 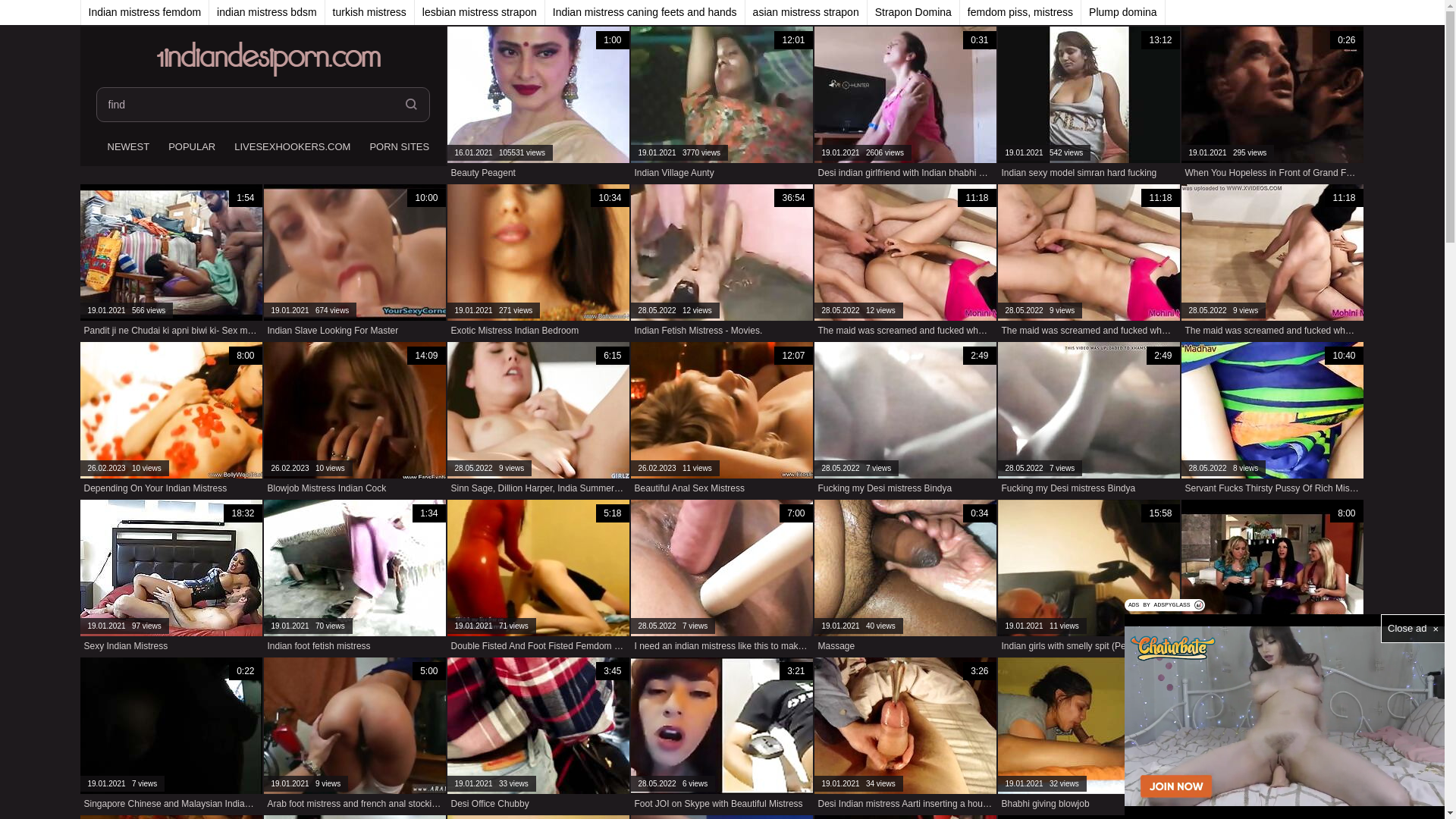 I want to click on 'PORN SITES', so click(x=397, y=148).